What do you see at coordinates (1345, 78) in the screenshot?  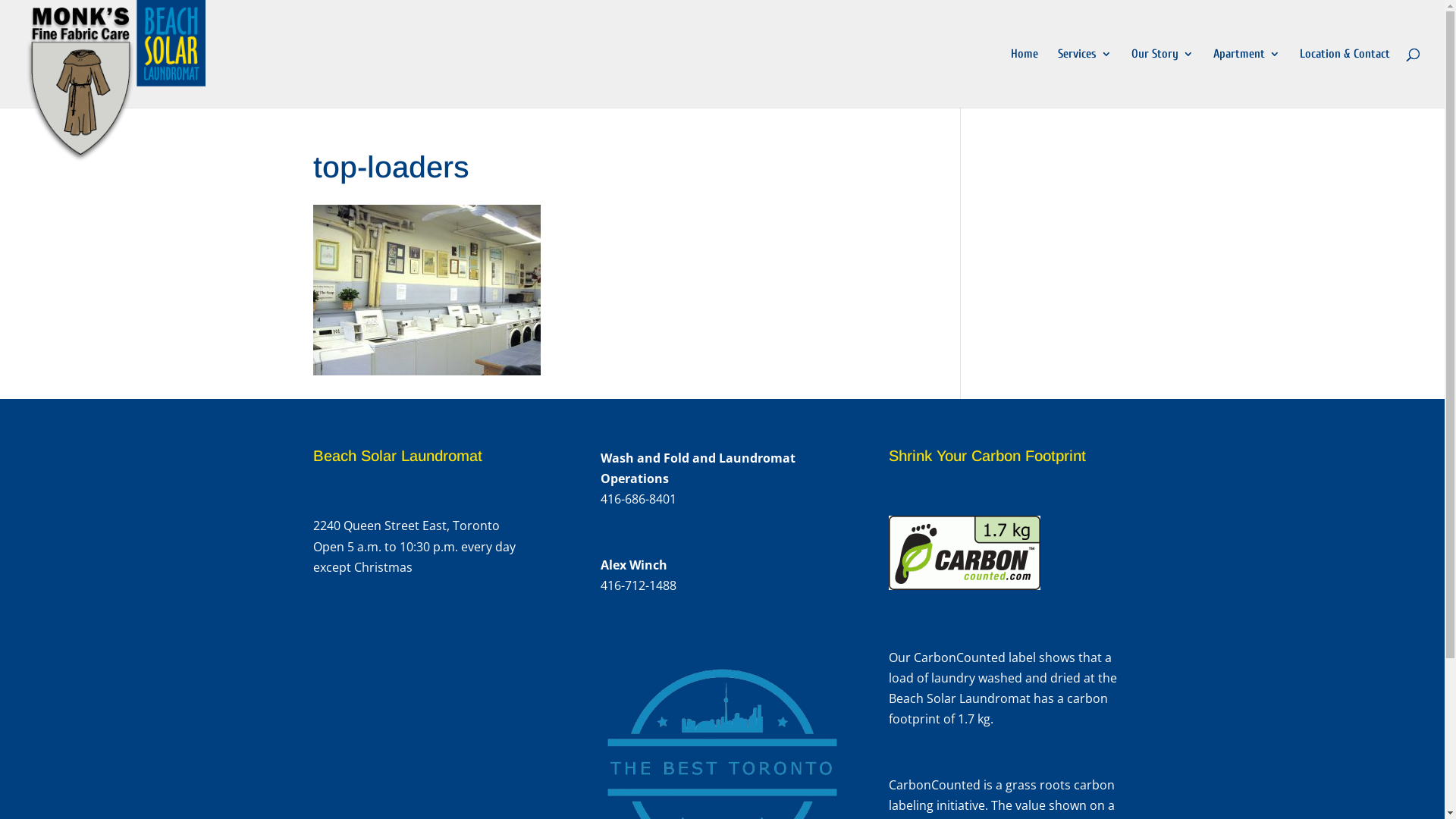 I see `'Location & Contact'` at bounding box center [1345, 78].